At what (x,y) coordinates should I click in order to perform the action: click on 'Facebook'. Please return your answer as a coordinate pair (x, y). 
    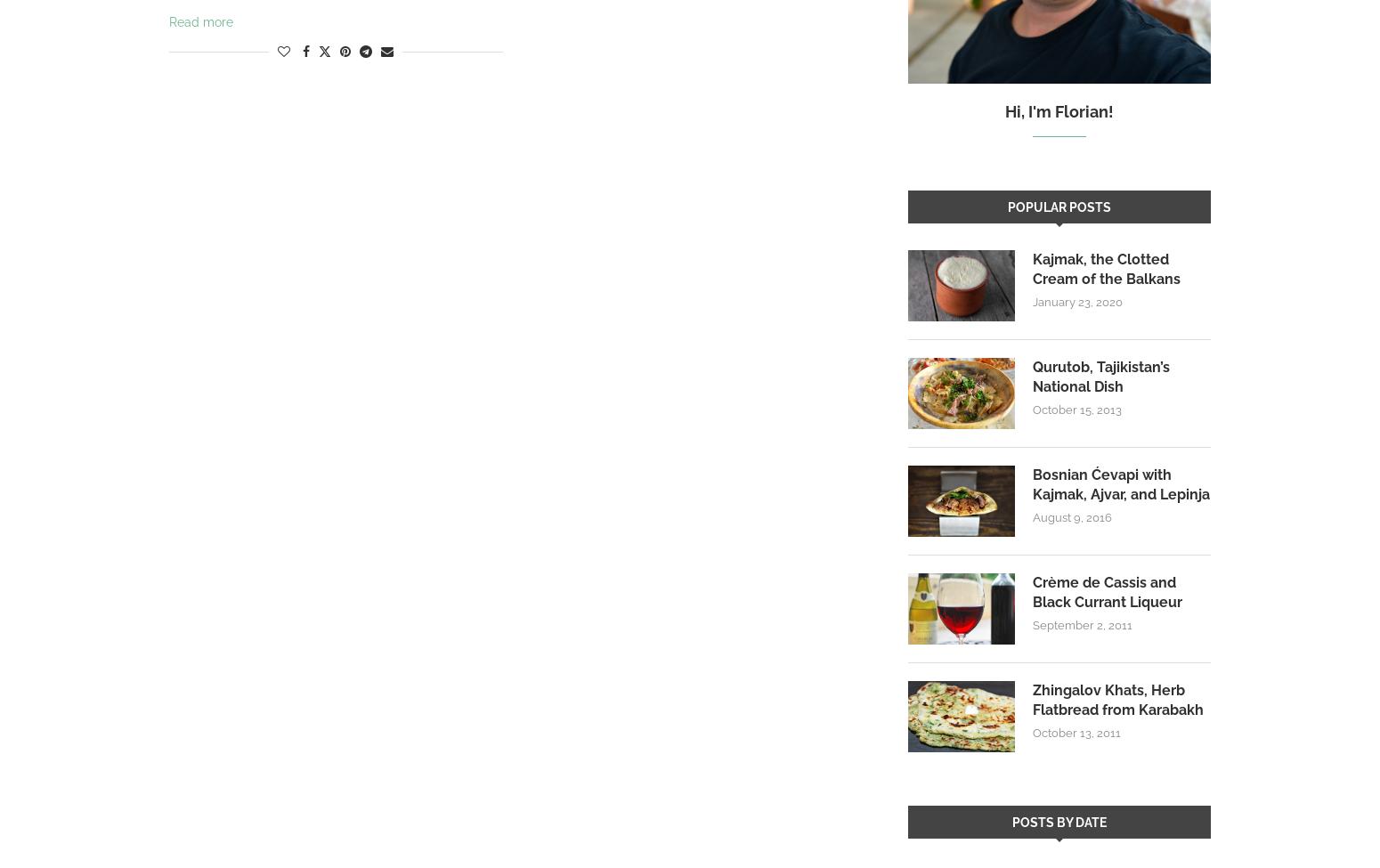
    Looking at the image, I should click on (304, 89).